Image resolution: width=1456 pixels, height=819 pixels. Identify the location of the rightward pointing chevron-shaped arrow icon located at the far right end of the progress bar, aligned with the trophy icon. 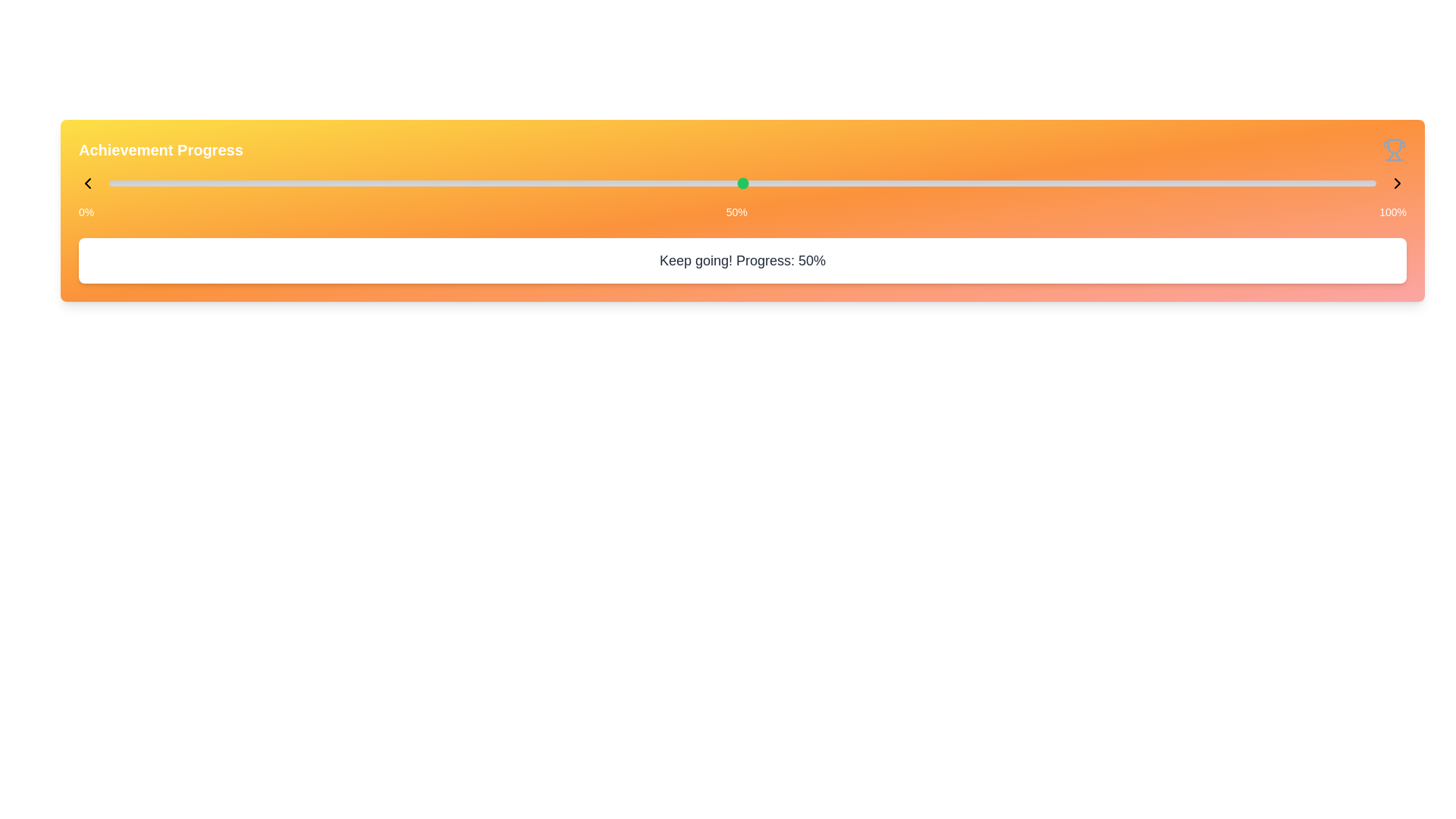
(1397, 183).